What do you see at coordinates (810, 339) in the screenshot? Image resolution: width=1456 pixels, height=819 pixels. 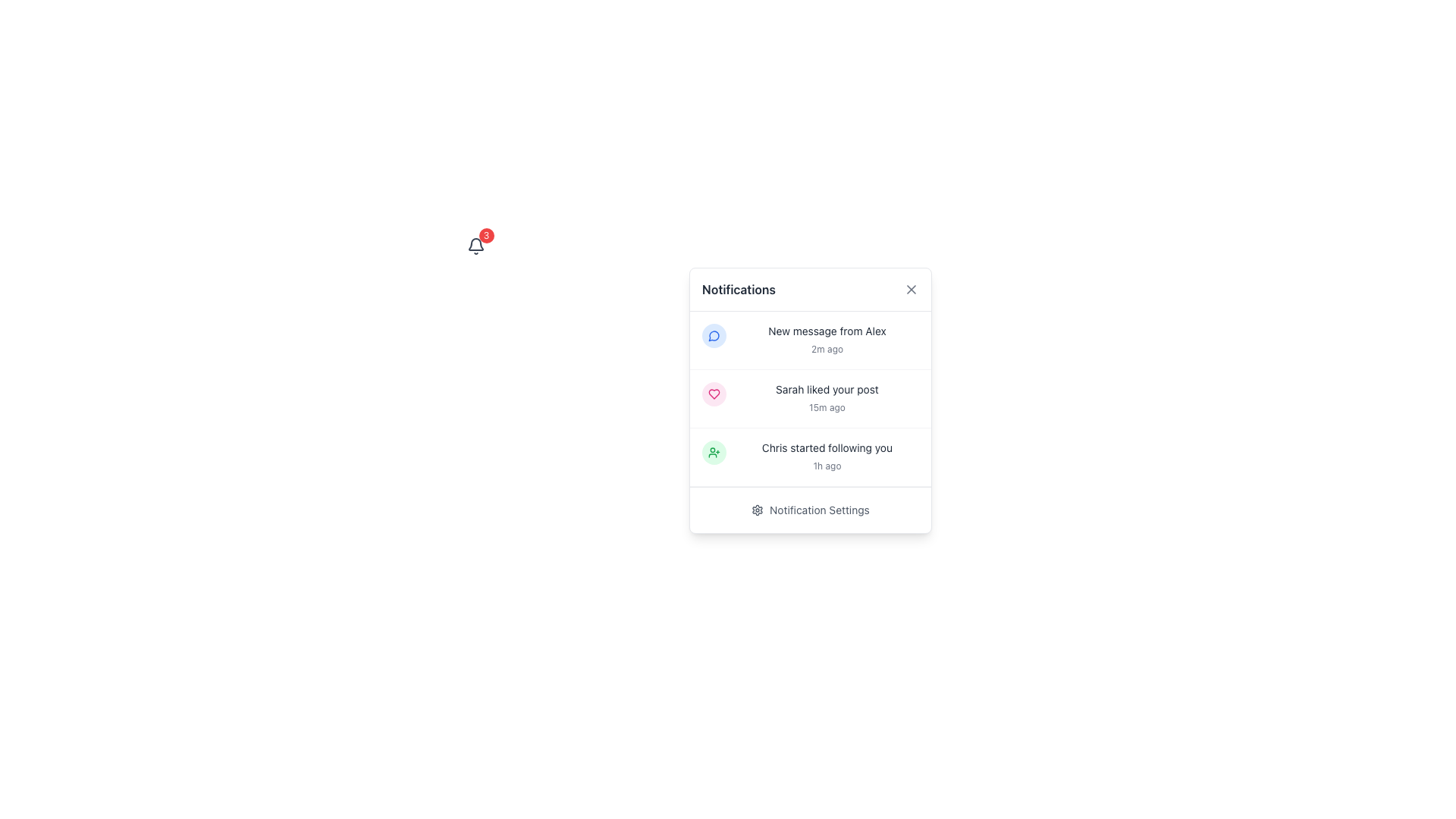 I see `the notification entry with the message 'New message from Alex'` at bounding box center [810, 339].